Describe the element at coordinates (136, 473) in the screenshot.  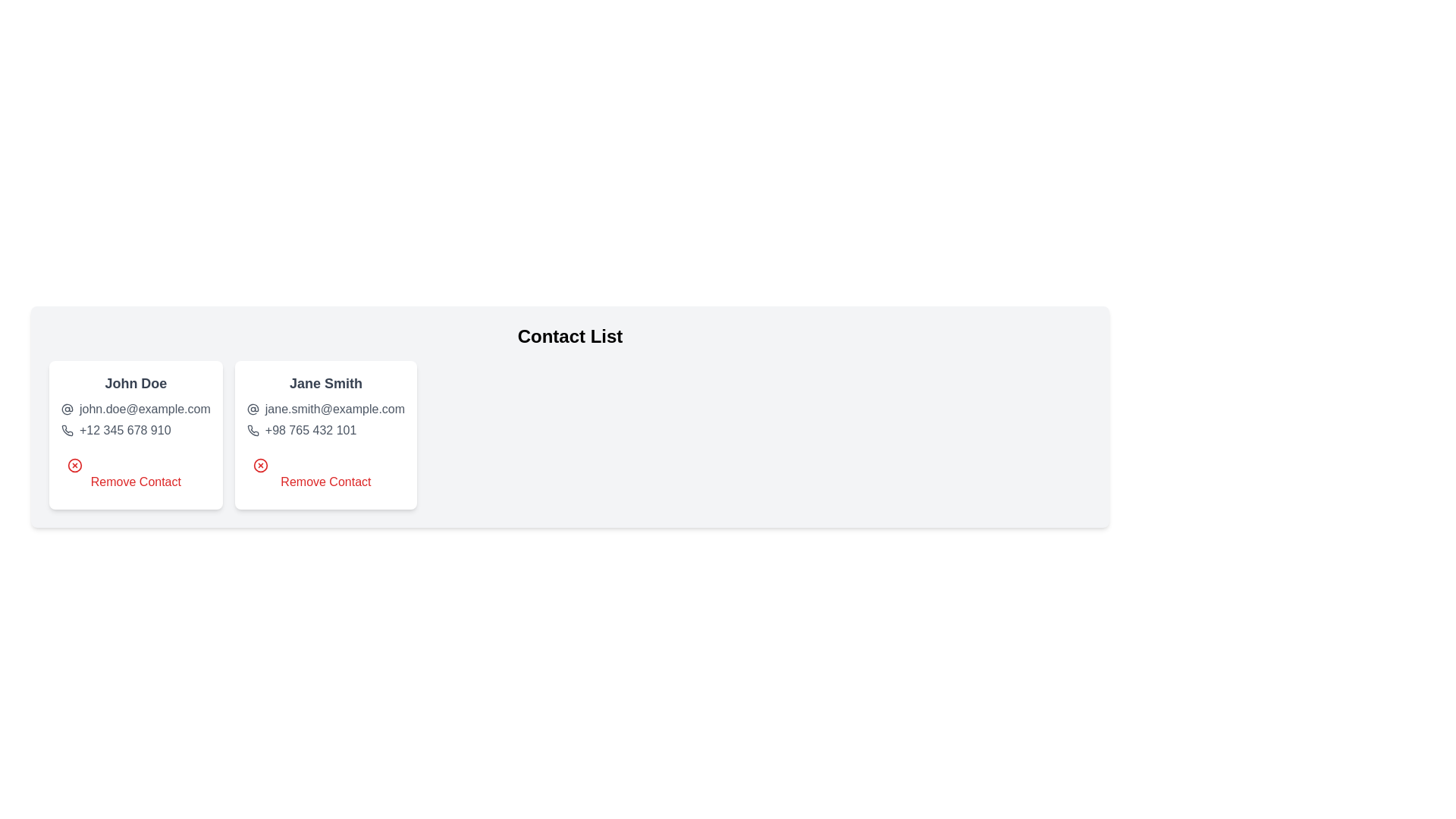
I see `the 'Remove Contact' button for the contact with name John Doe` at that location.